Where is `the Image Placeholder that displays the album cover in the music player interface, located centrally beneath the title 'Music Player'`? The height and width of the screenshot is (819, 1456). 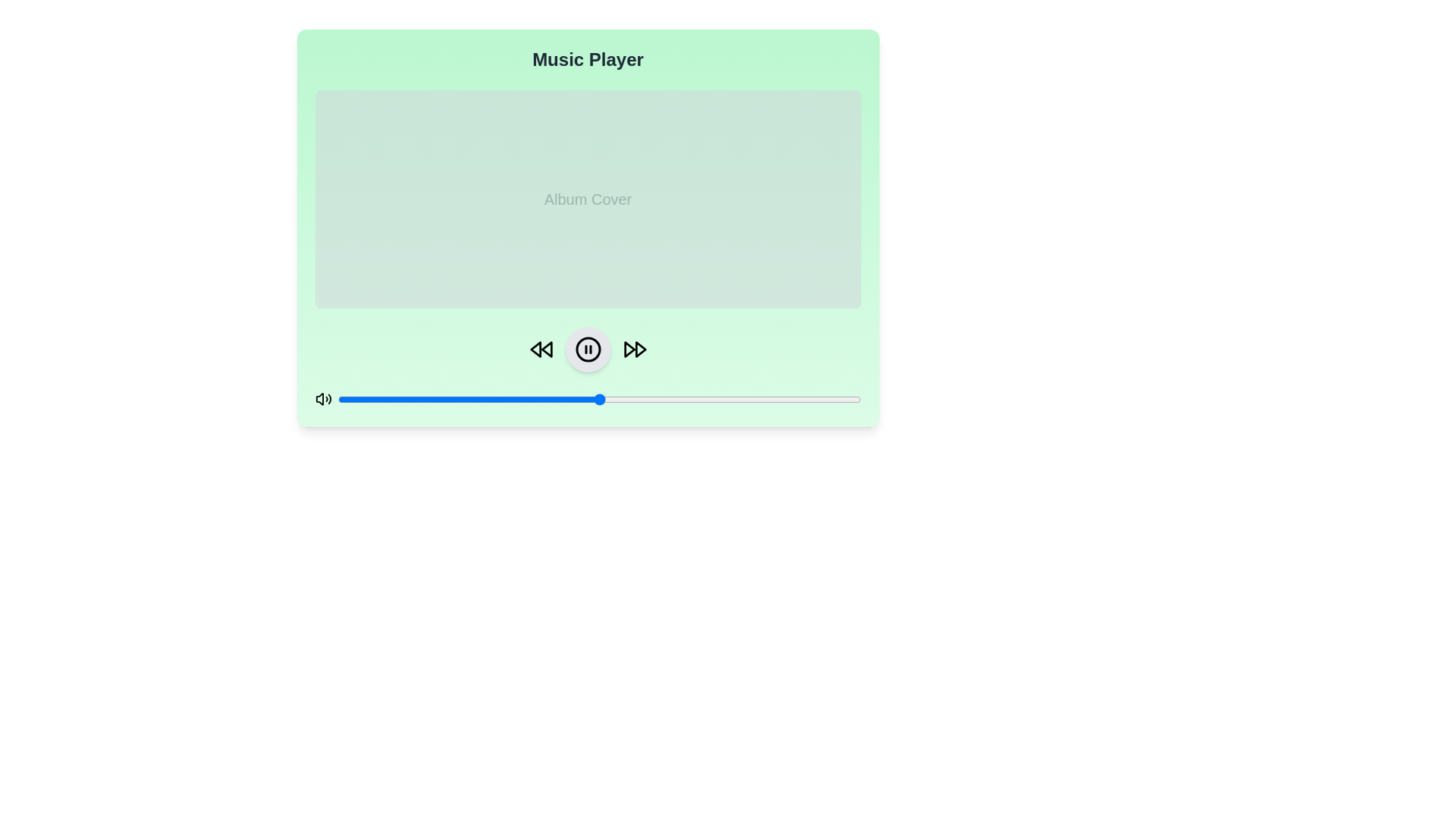
the Image Placeholder that displays the album cover in the music player interface, located centrally beneath the title 'Music Player' is located at coordinates (587, 248).